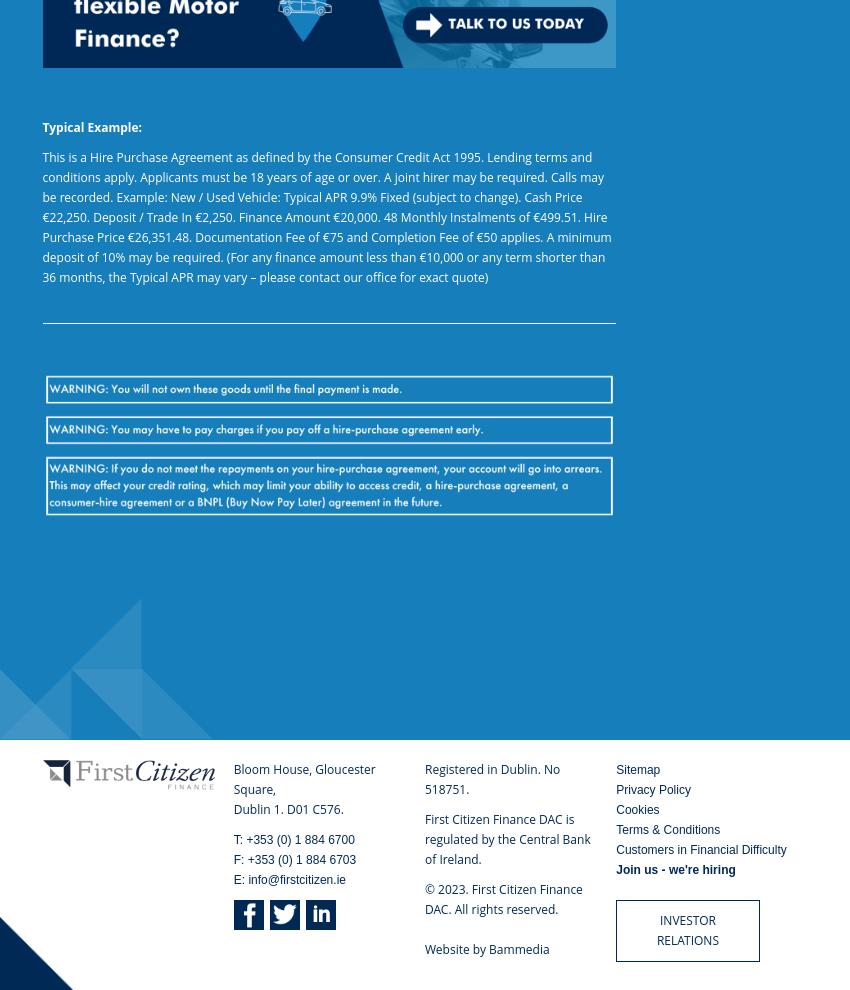 The image size is (850, 990). Describe the element at coordinates (293, 860) in the screenshot. I see `'F: +353 (0) 1 884 6703'` at that location.